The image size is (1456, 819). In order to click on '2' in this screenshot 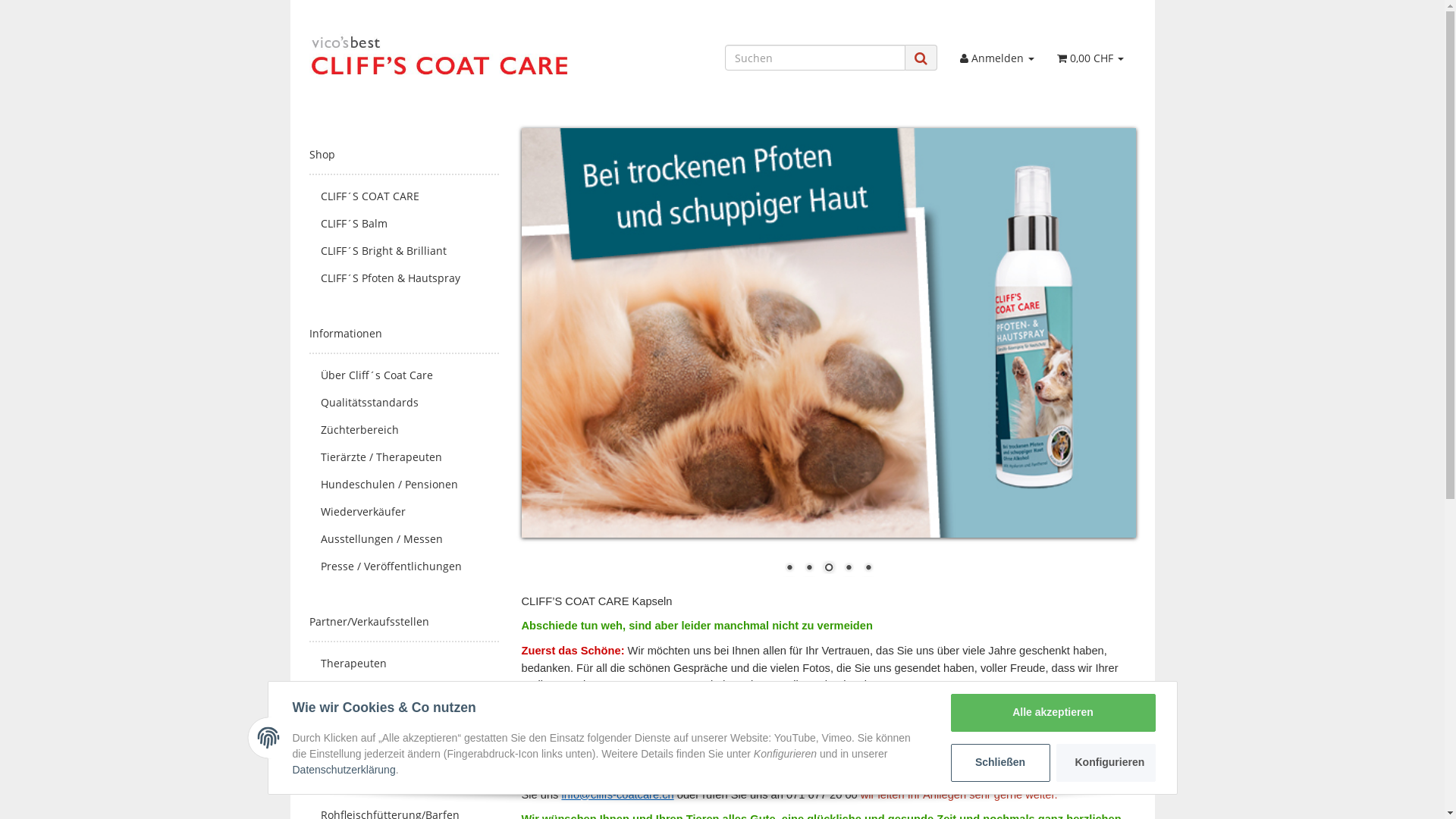, I will do `click(808, 568)`.